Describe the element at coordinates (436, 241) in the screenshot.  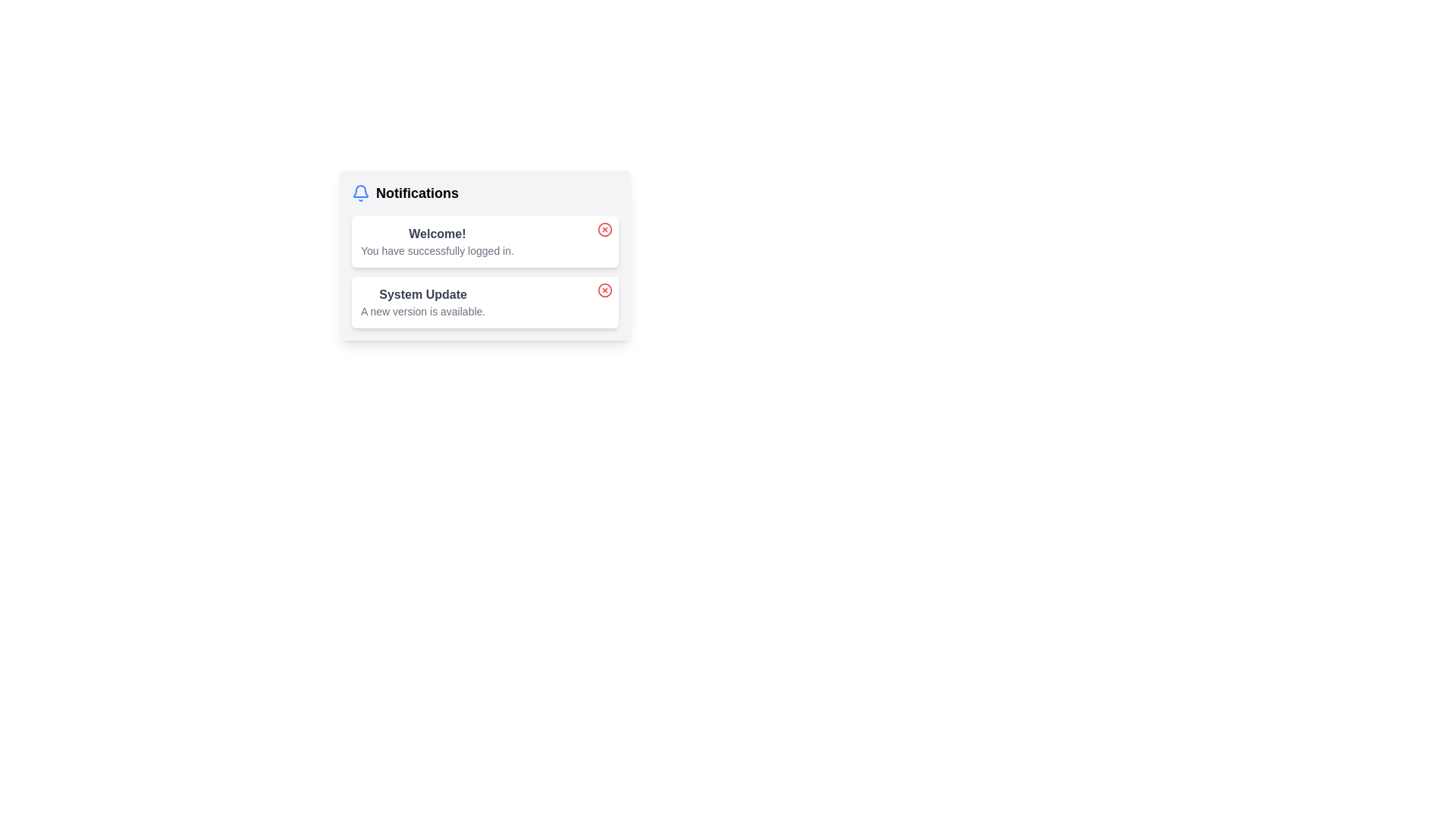
I see `the static text block that displays 'Welcome!' and 'You have successfully logged in.'` at that location.